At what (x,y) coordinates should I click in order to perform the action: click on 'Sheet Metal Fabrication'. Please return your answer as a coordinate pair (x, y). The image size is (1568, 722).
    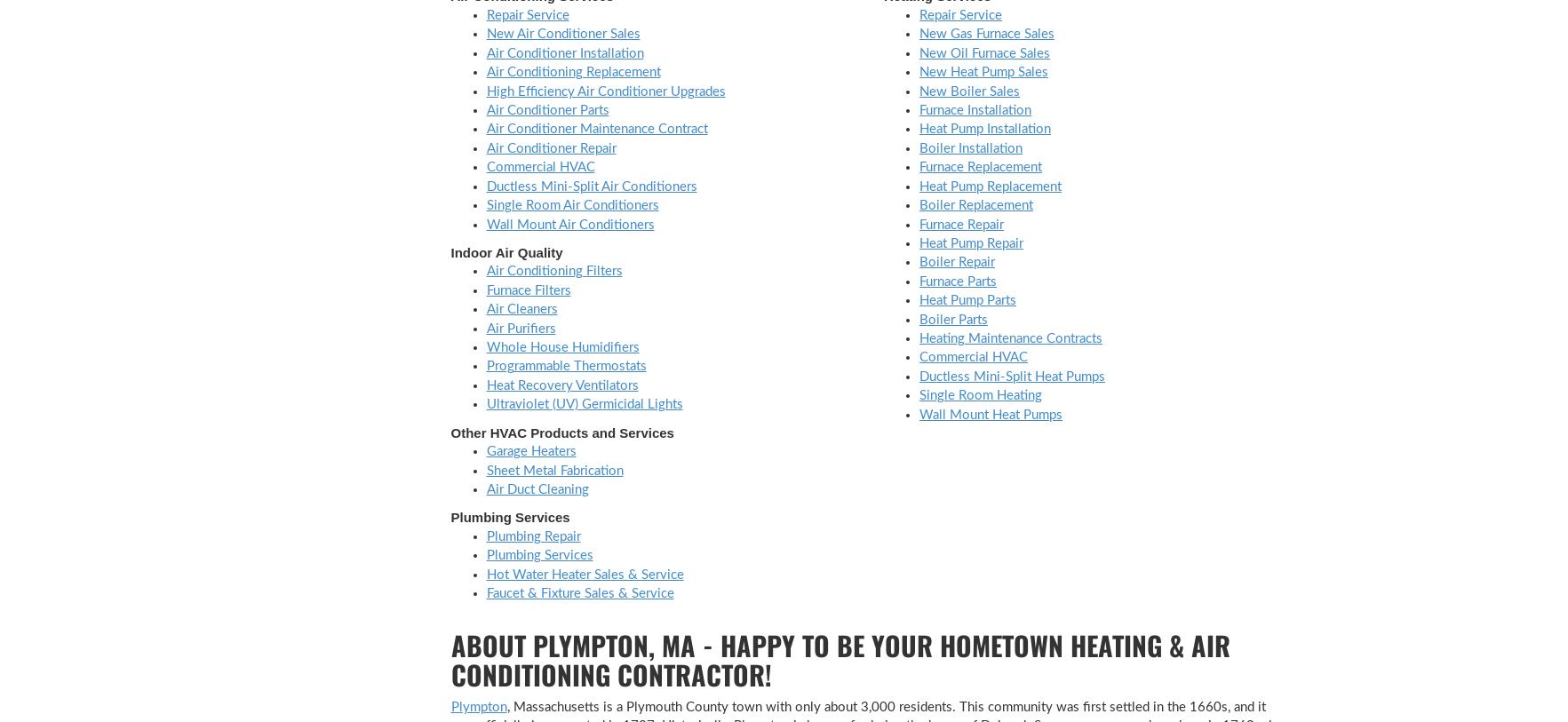
    Looking at the image, I should click on (553, 470).